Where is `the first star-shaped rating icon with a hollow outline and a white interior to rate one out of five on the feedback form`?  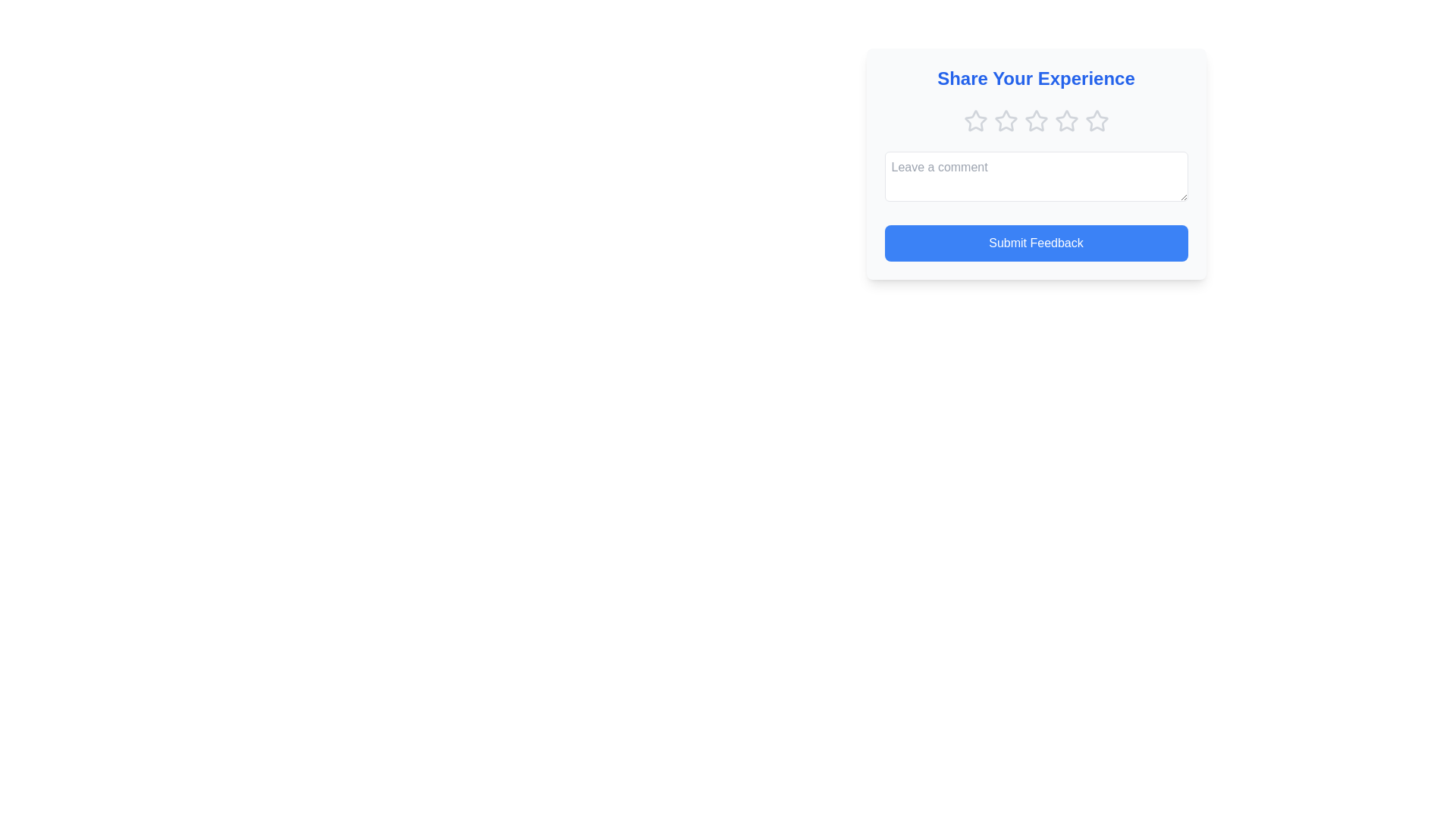 the first star-shaped rating icon with a hollow outline and a white interior to rate one out of five on the feedback form is located at coordinates (975, 119).